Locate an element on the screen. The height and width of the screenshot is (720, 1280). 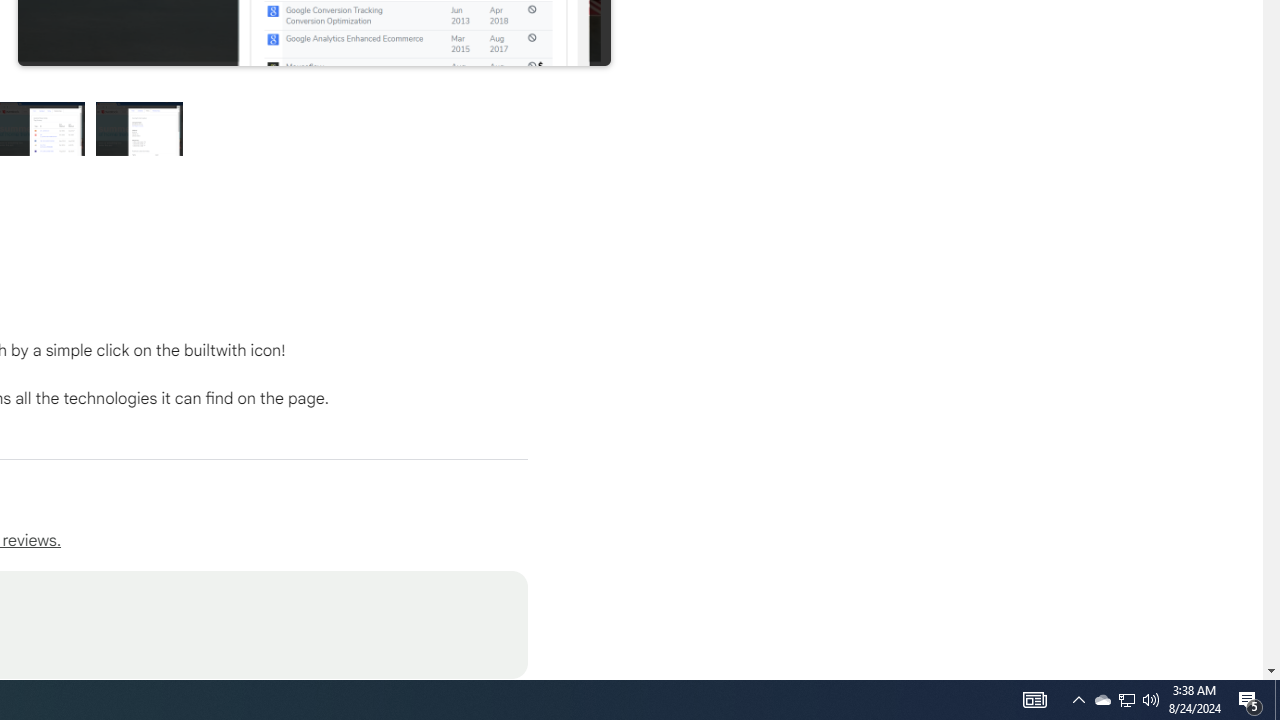
'Notification Chevron' is located at coordinates (1127, 698).